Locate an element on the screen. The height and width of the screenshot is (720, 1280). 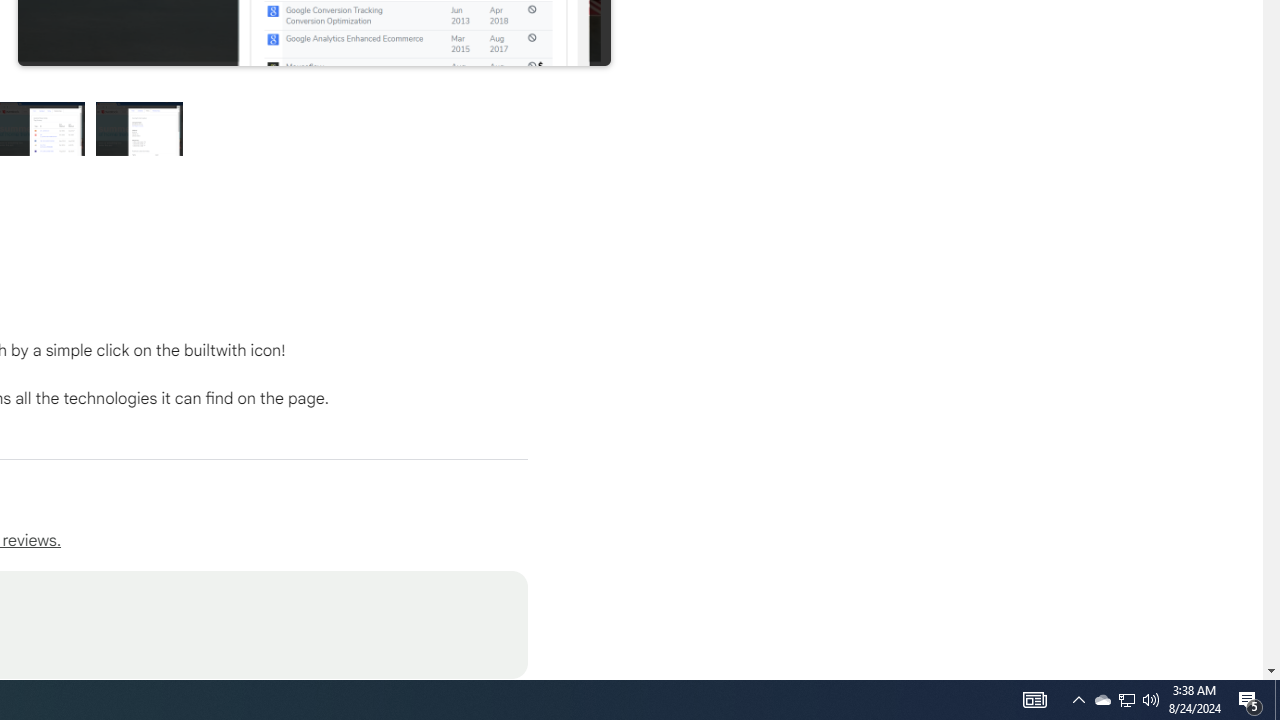
'Notification Chevron' is located at coordinates (1127, 698).